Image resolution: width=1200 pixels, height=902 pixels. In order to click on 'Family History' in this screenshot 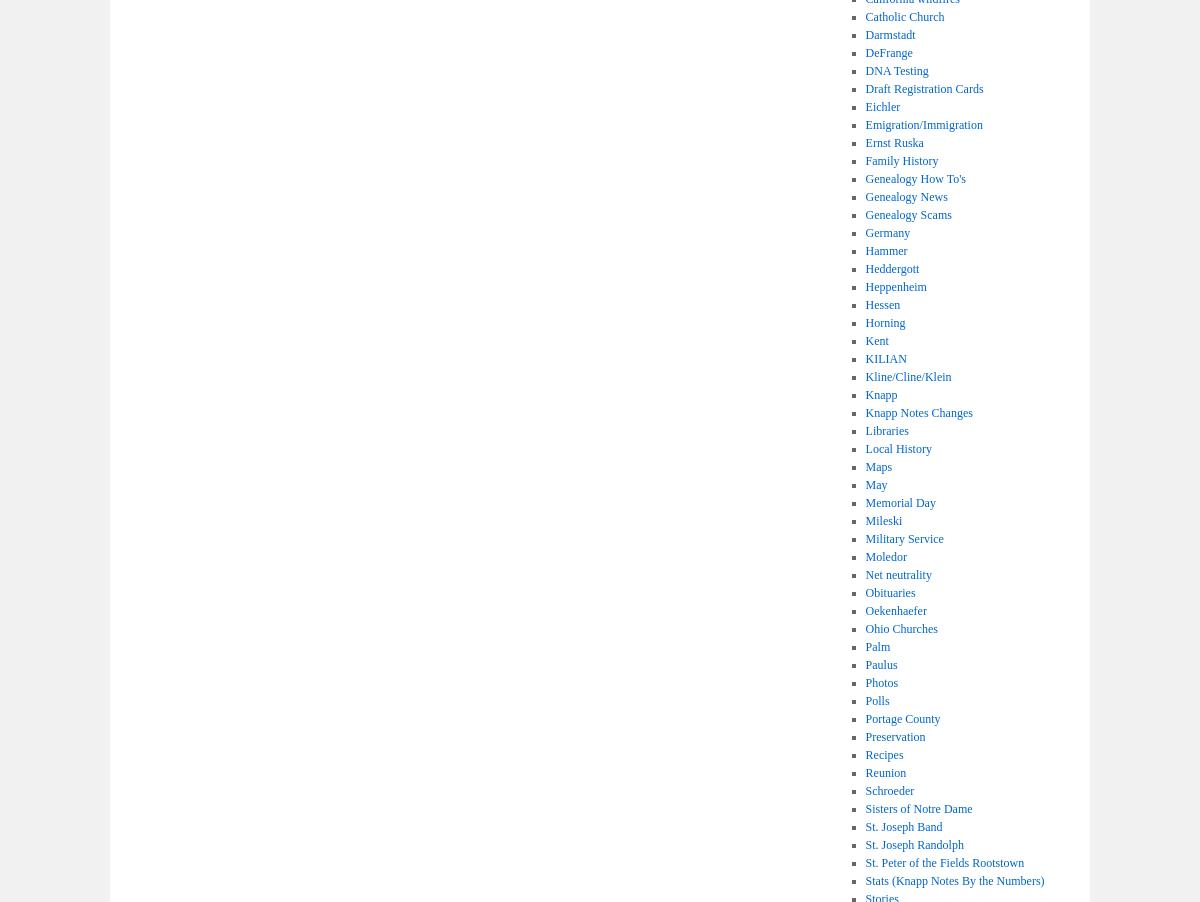, I will do `click(901, 160)`.